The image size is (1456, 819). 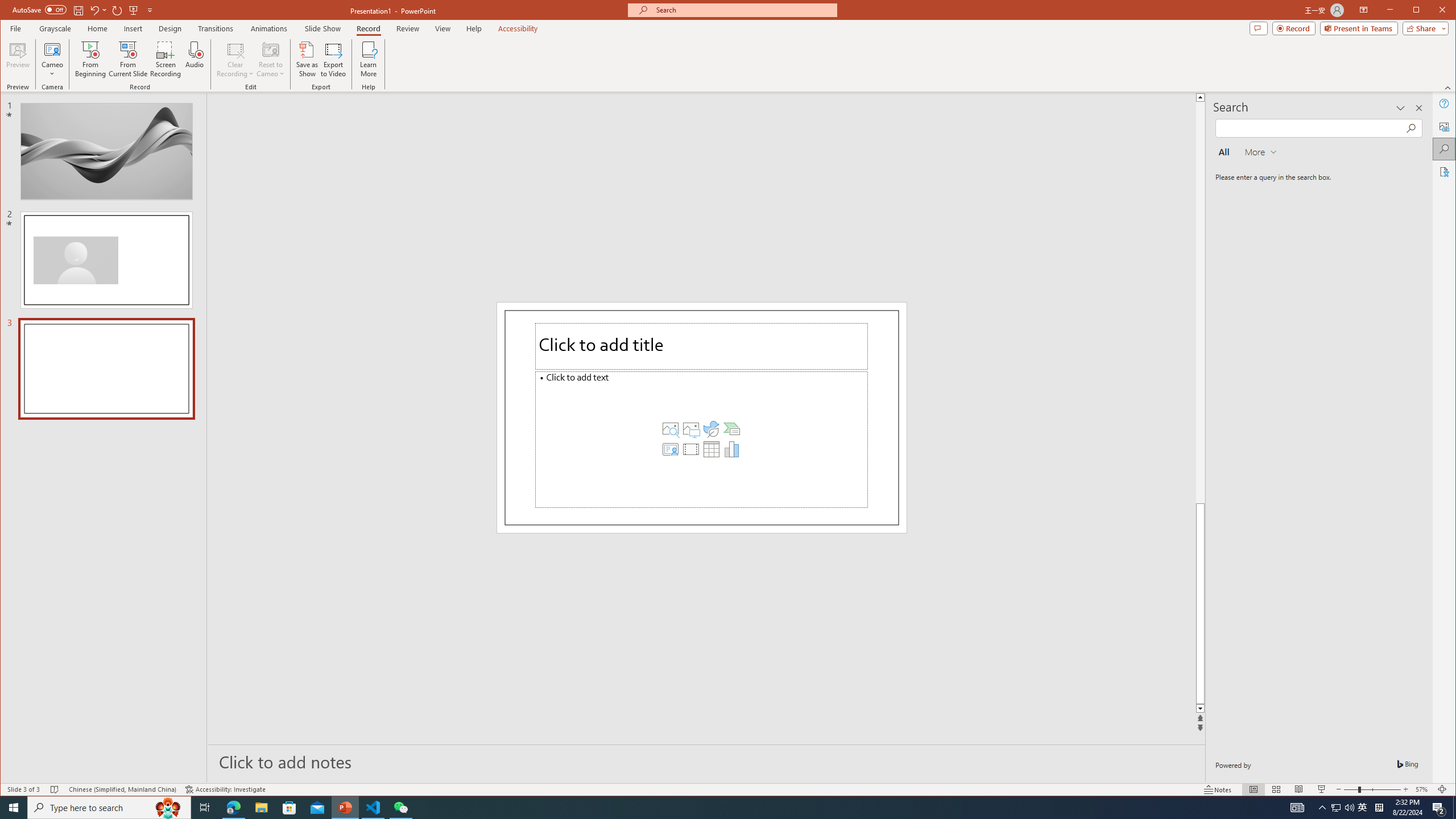 What do you see at coordinates (711, 449) in the screenshot?
I see `'Insert Table'` at bounding box center [711, 449].